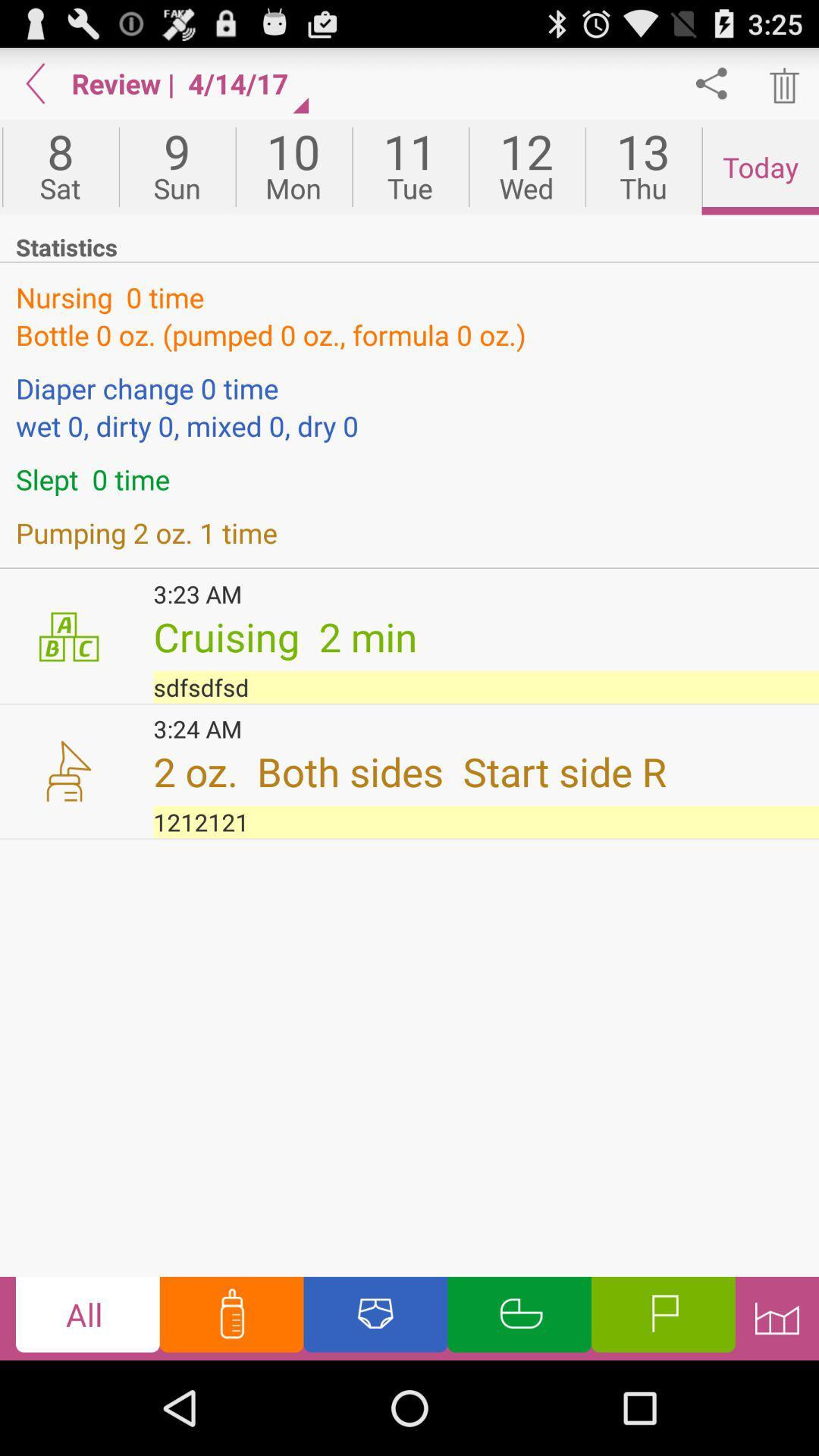  I want to click on go statistics, so click(777, 1317).